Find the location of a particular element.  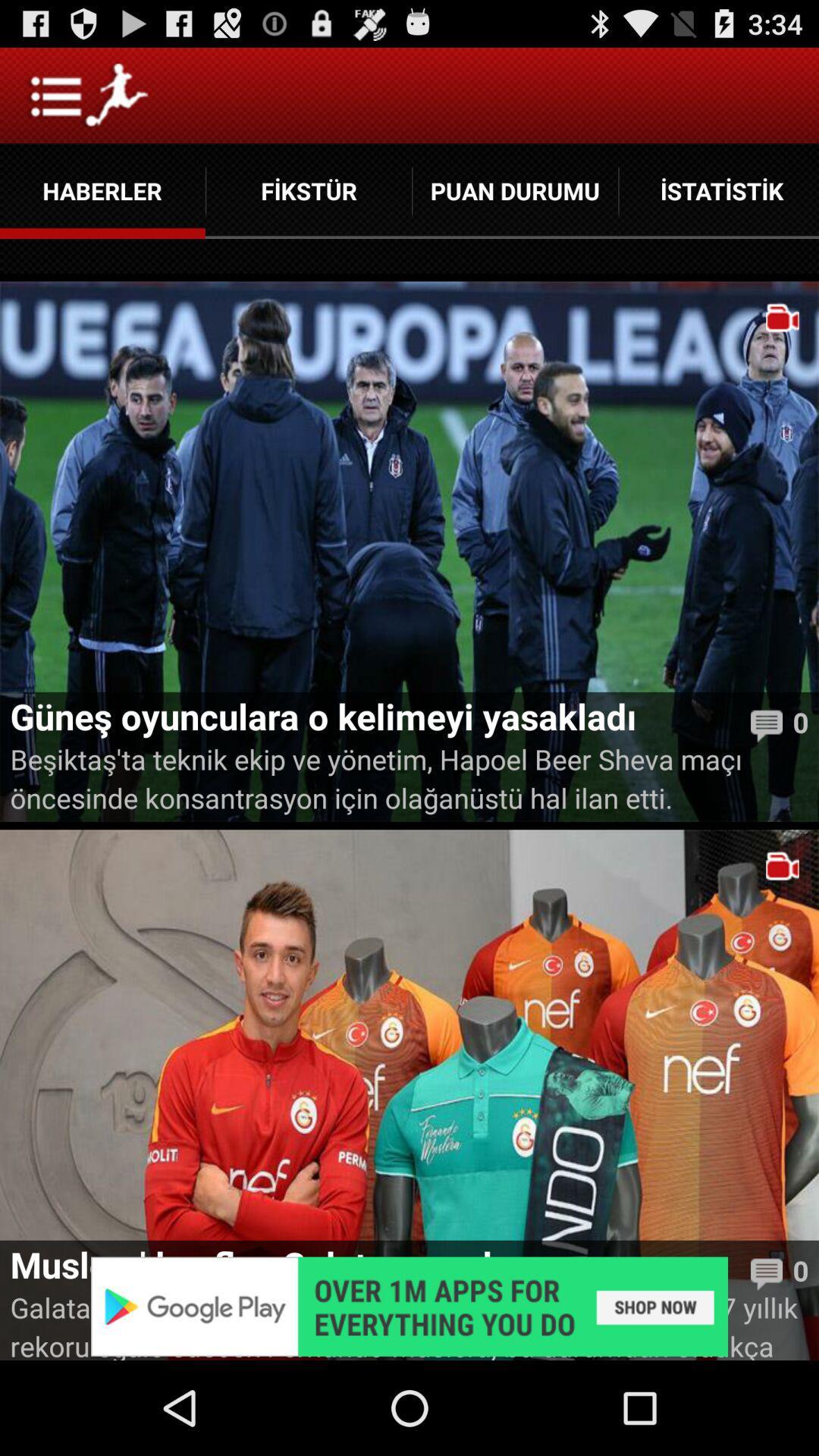

the button above haberler is located at coordinates (87, 94).